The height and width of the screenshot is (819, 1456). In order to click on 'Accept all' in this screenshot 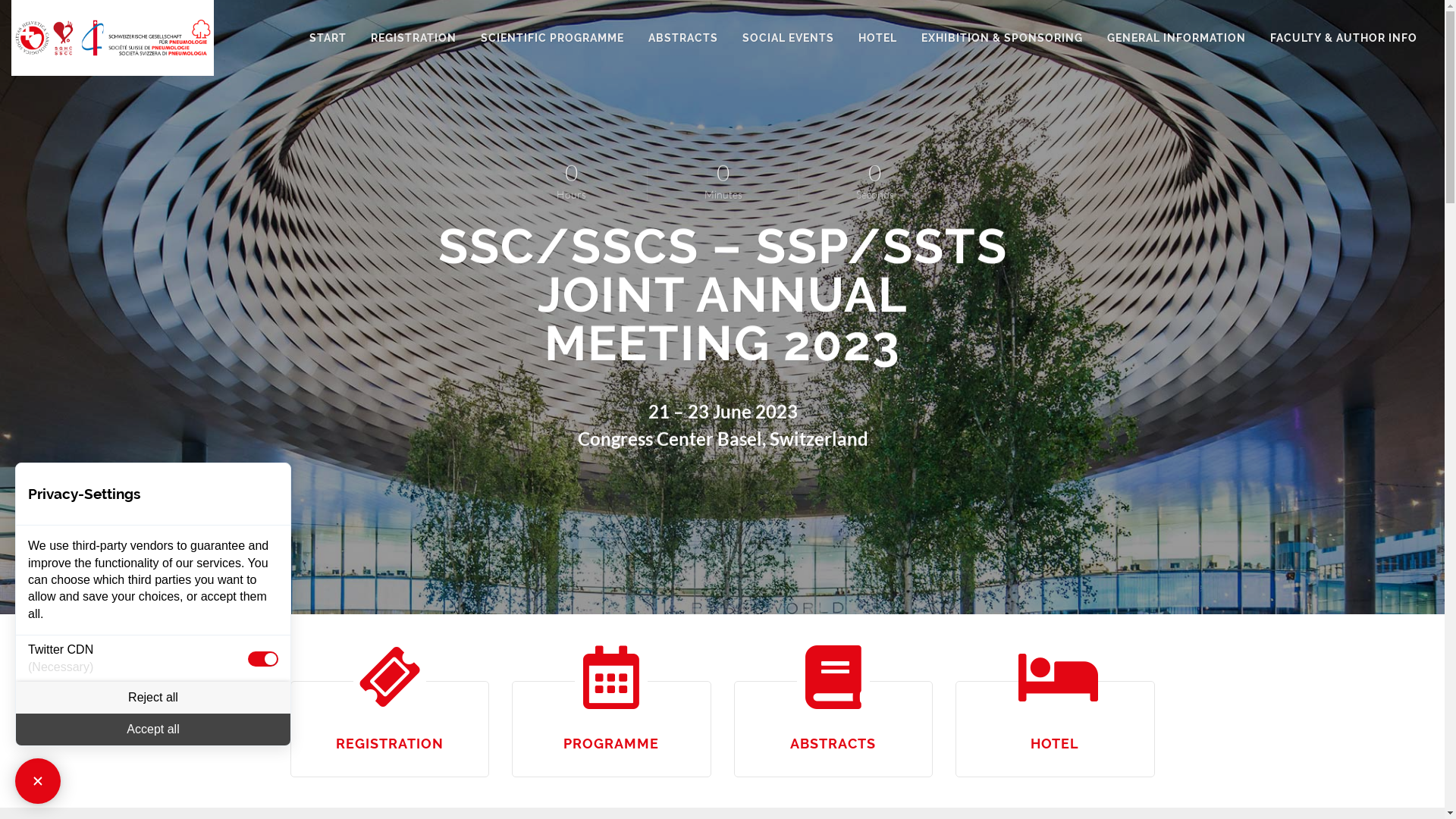, I will do `click(152, 728)`.